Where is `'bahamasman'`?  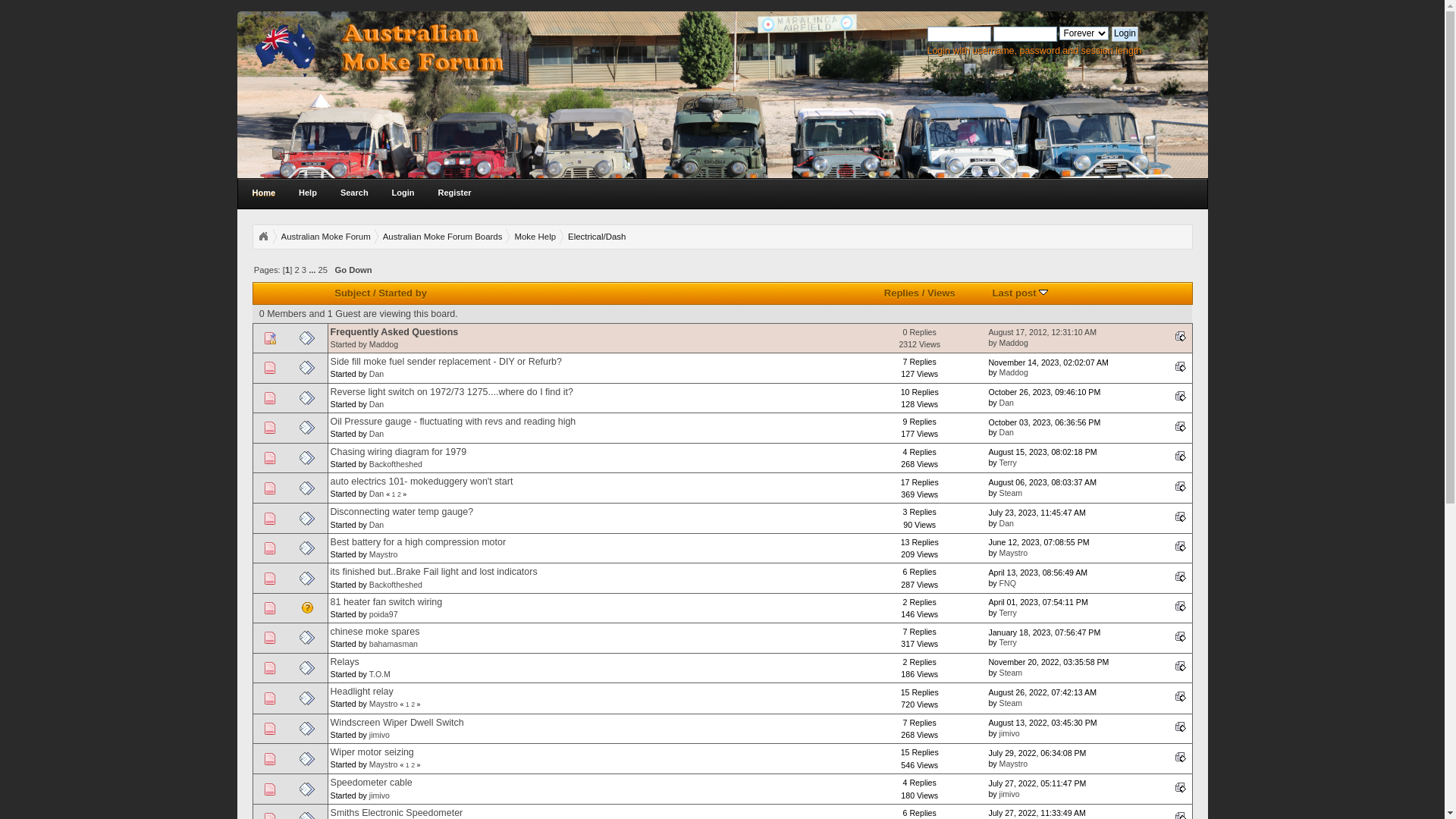 'bahamasman' is located at coordinates (393, 643).